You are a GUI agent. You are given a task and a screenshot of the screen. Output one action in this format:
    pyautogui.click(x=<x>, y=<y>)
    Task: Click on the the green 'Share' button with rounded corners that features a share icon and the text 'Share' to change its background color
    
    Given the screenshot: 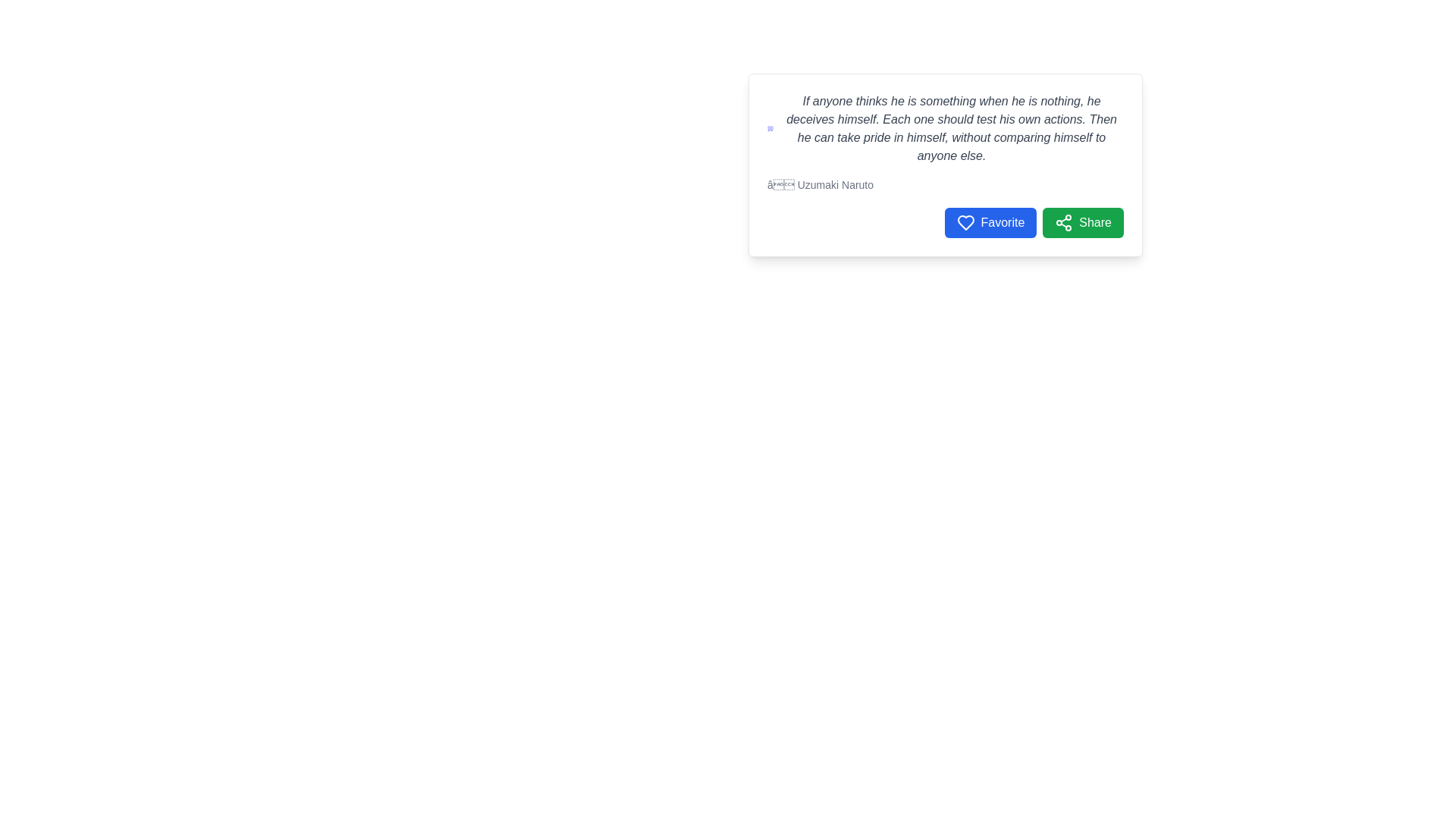 What is the action you would take?
    pyautogui.click(x=1082, y=222)
    